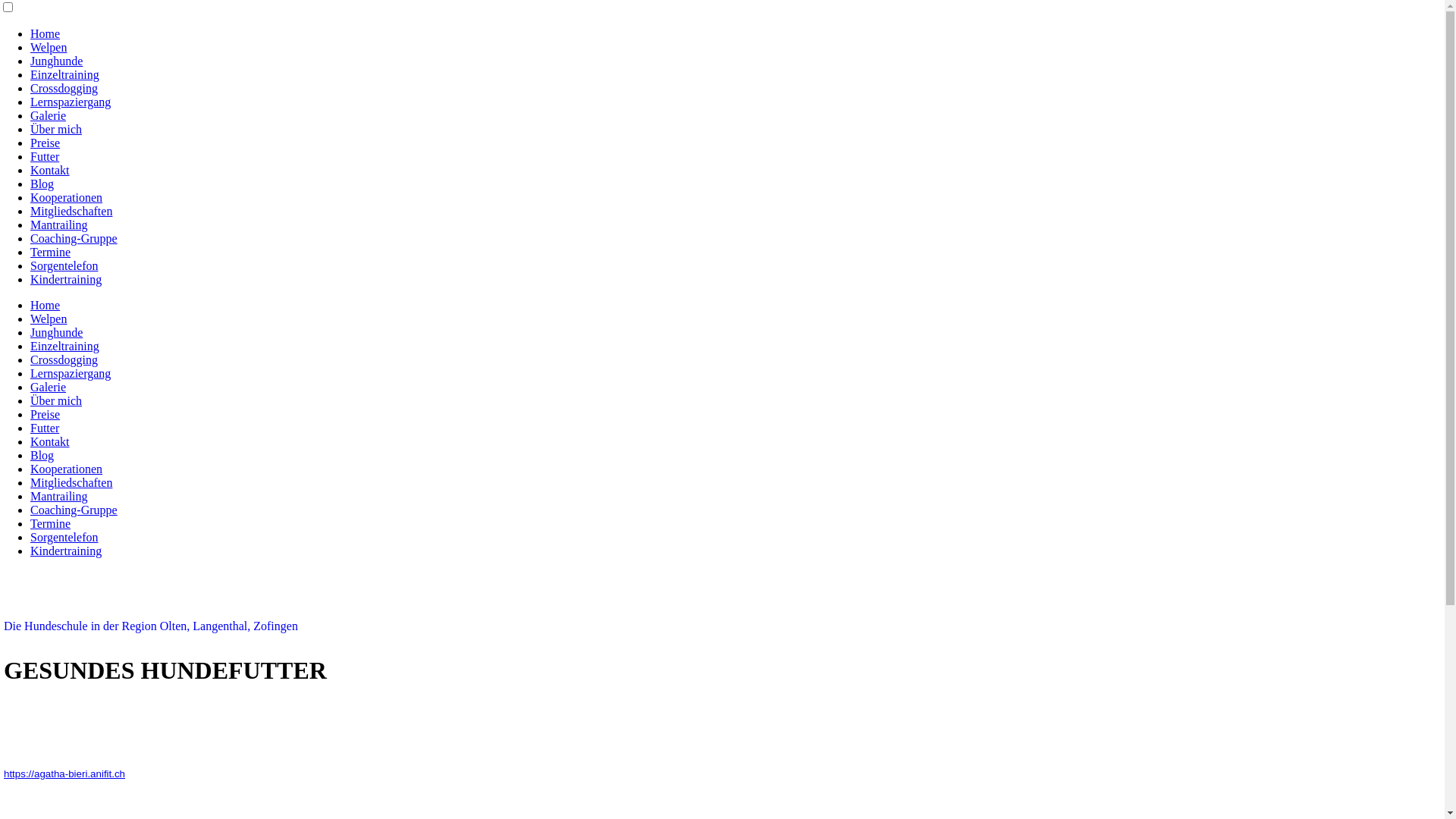  What do you see at coordinates (63, 536) in the screenshot?
I see `'Sorgentelefon'` at bounding box center [63, 536].